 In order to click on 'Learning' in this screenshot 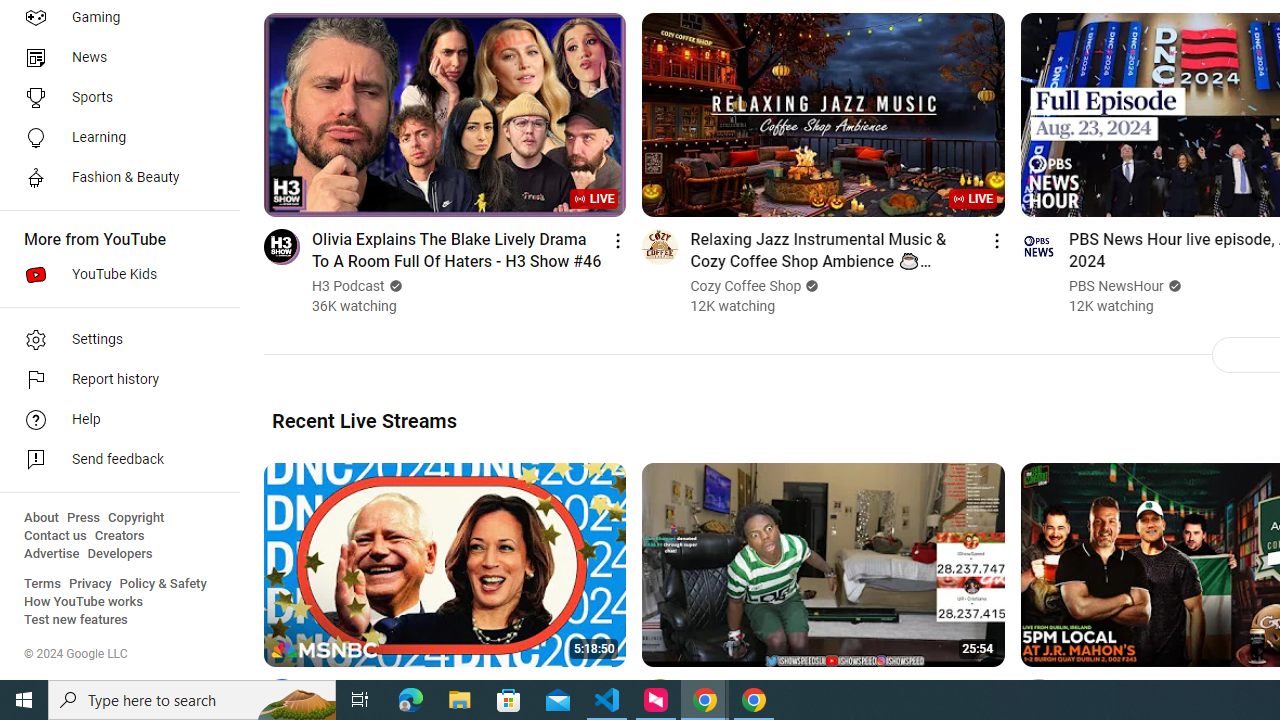, I will do `click(112, 136)`.